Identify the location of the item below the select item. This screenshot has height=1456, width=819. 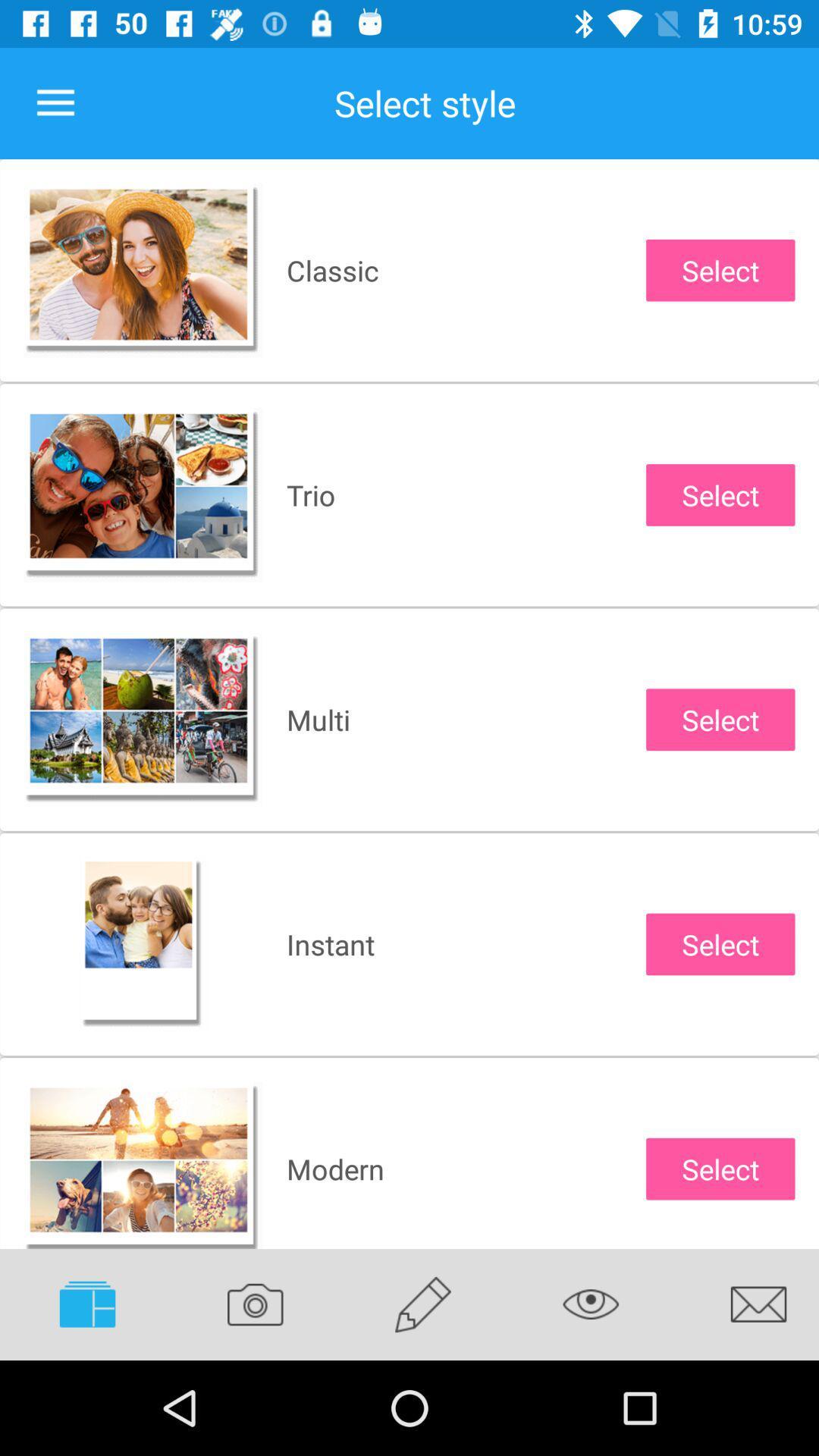
(590, 1304).